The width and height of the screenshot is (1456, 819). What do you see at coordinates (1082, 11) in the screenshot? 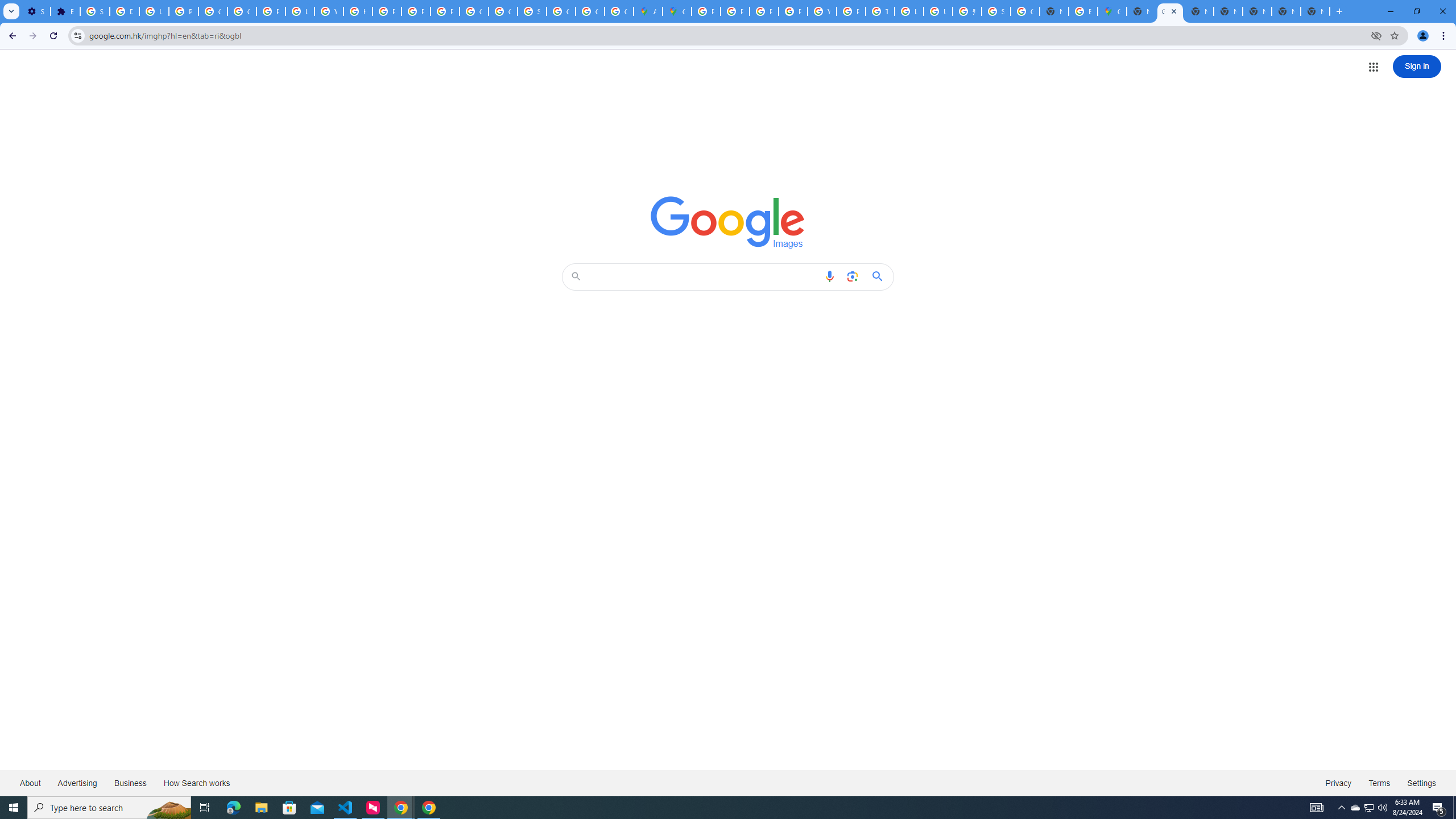
I see `'Explore new street-level details - Google Maps Help'` at bounding box center [1082, 11].